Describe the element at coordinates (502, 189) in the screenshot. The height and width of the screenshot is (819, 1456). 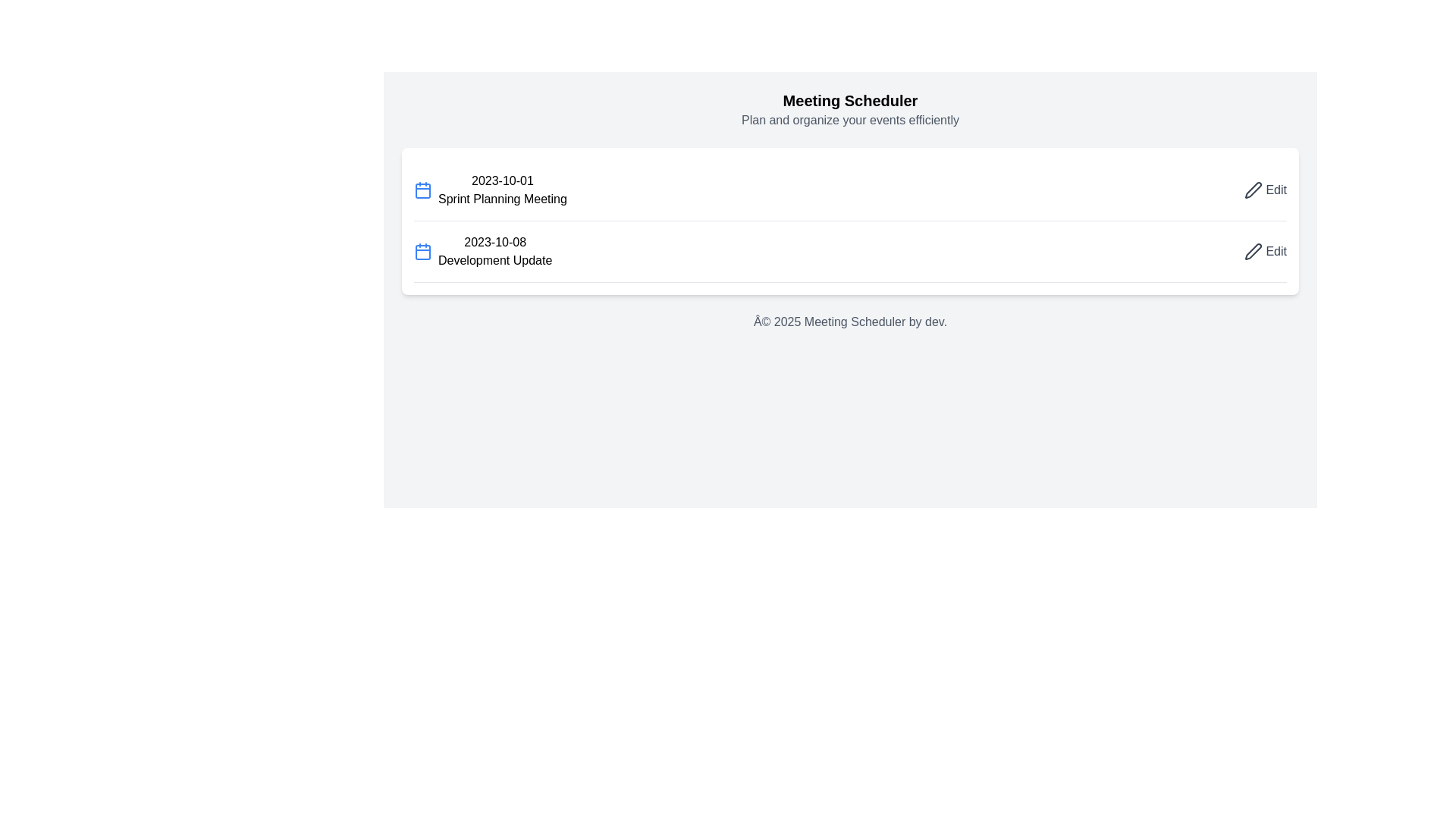
I see `text of the first meeting entry label that conveys the date and title of the meeting, which is positioned in the top-left corner of the meeting details card` at that location.